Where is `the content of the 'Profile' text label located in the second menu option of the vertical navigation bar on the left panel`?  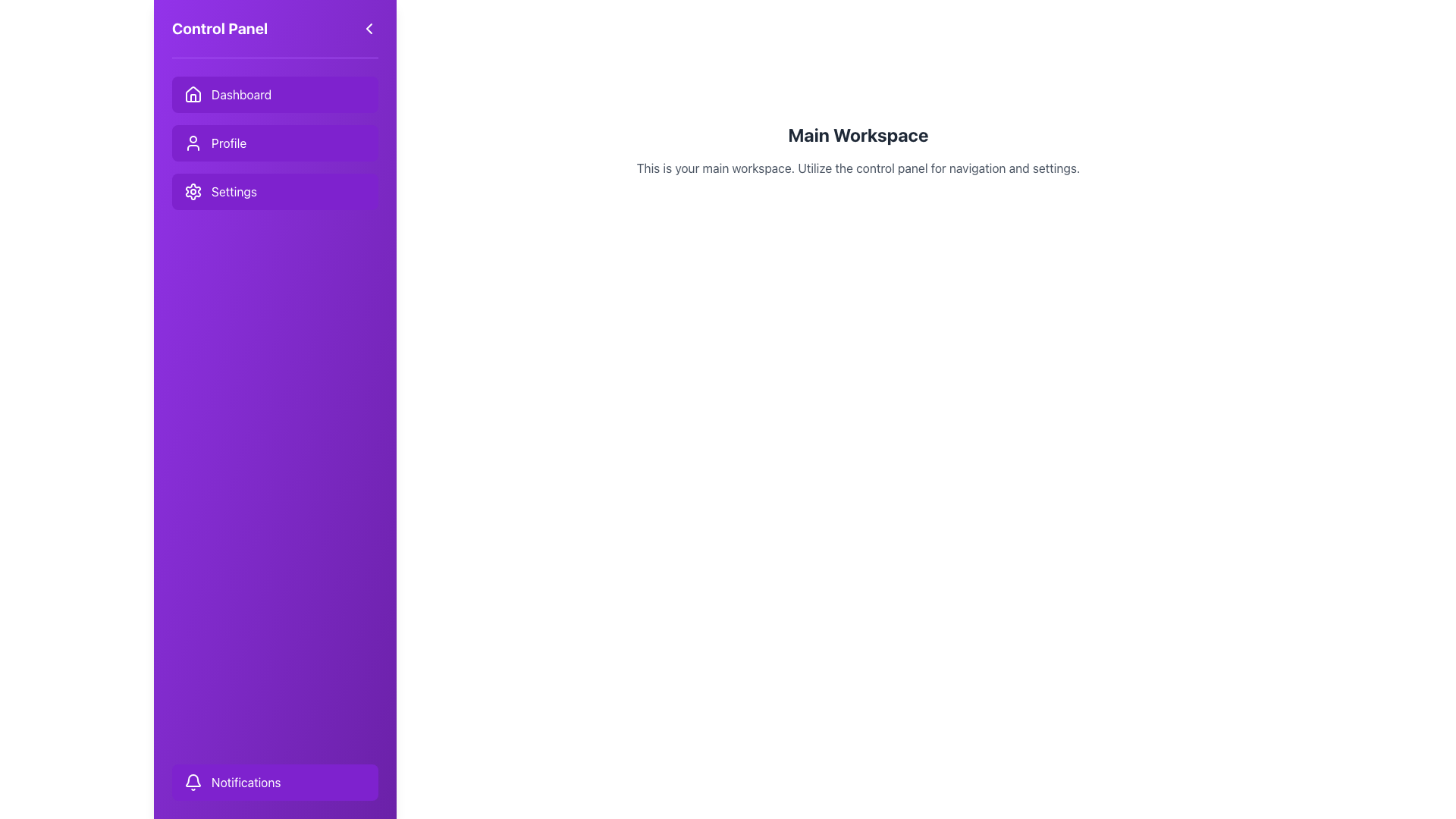 the content of the 'Profile' text label located in the second menu option of the vertical navigation bar on the left panel is located at coordinates (228, 143).